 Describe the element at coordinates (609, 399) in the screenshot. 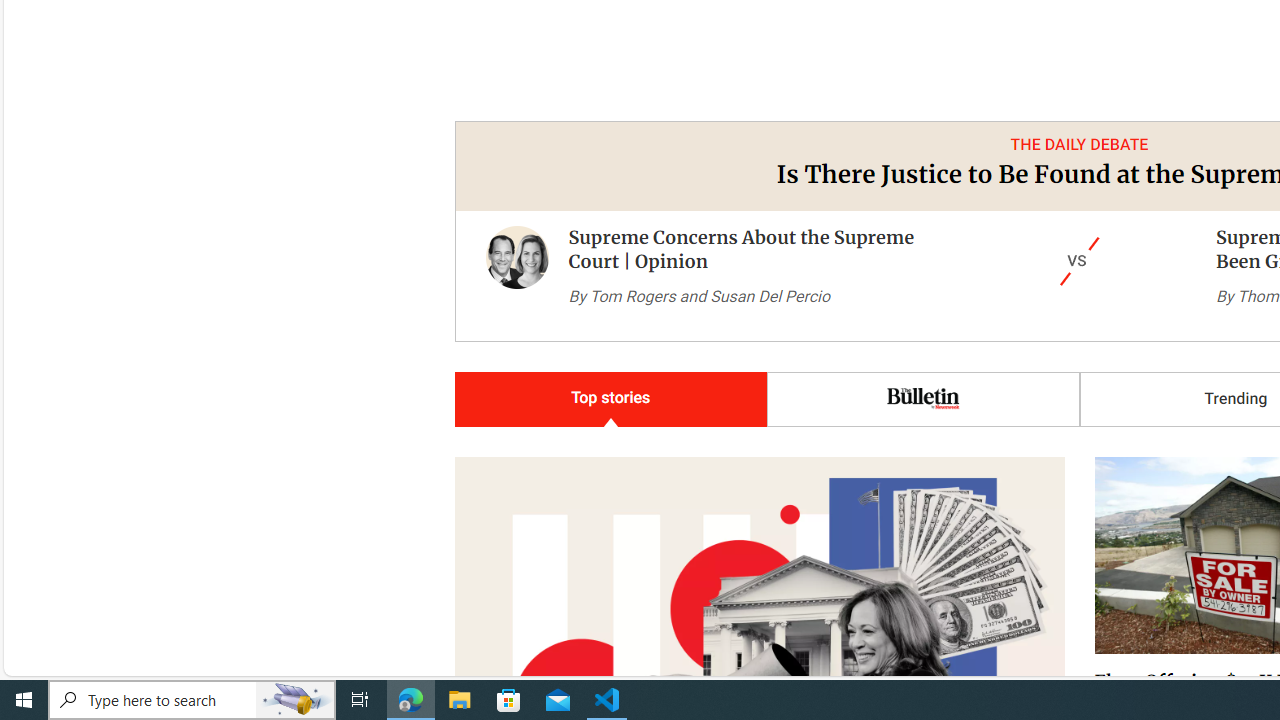

I see `'Top stories'` at that location.